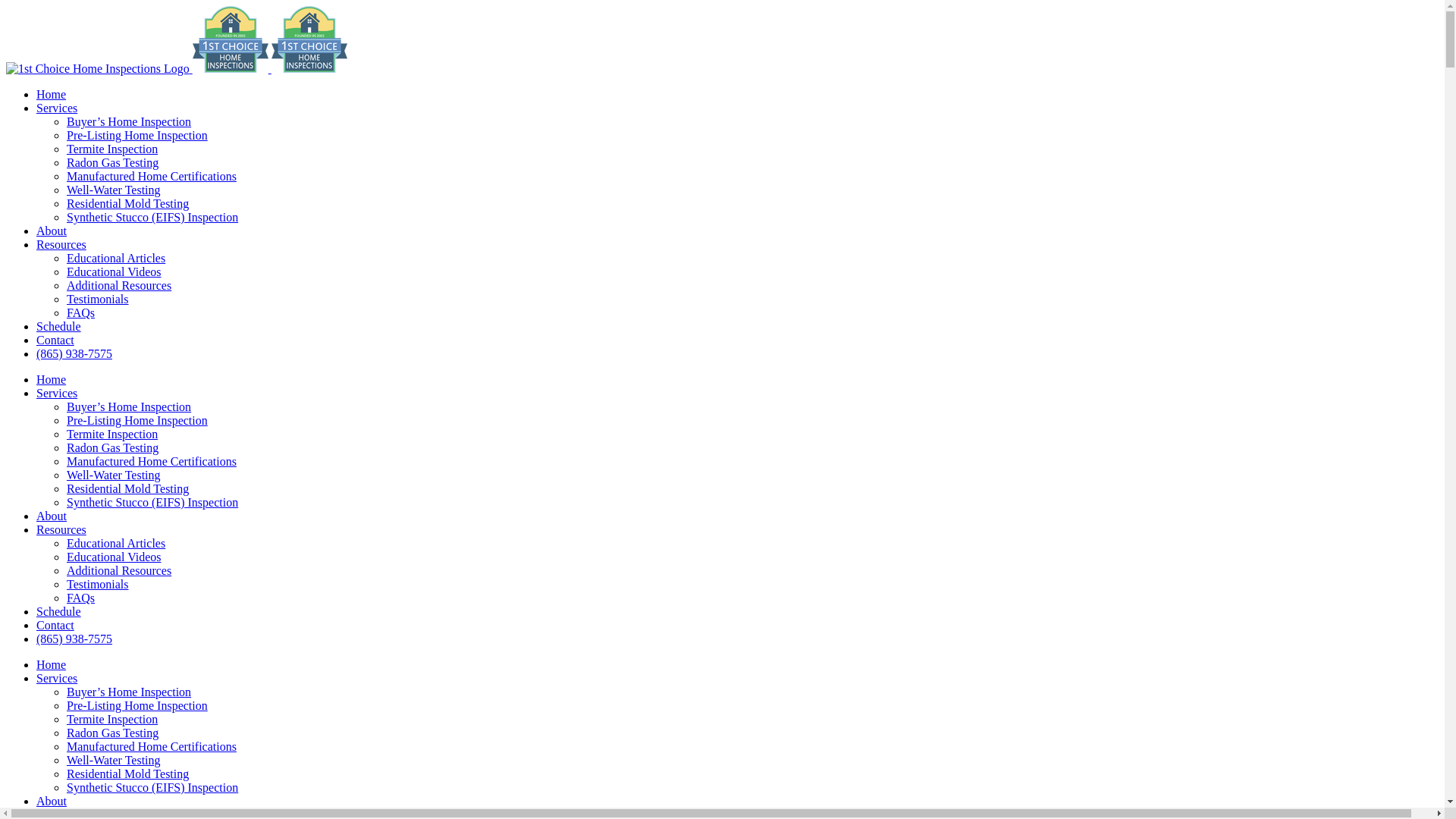  What do you see at coordinates (115, 542) in the screenshot?
I see `'Educational Articles'` at bounding box center [115, 542].